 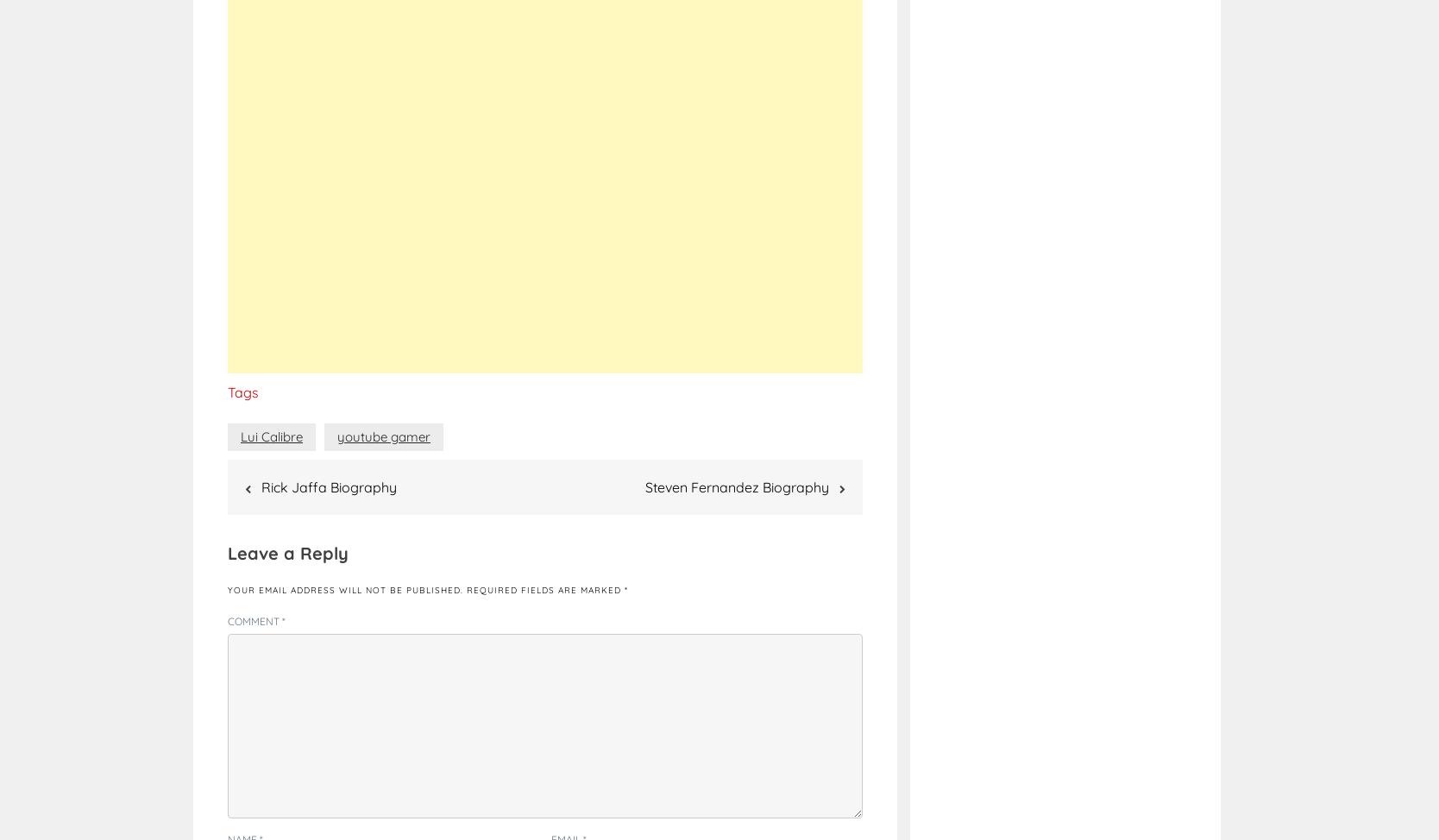 What do you see at coordinates (227, 390) in the screenshot?
I see `'Tags'` at bounding box center [227, 390].